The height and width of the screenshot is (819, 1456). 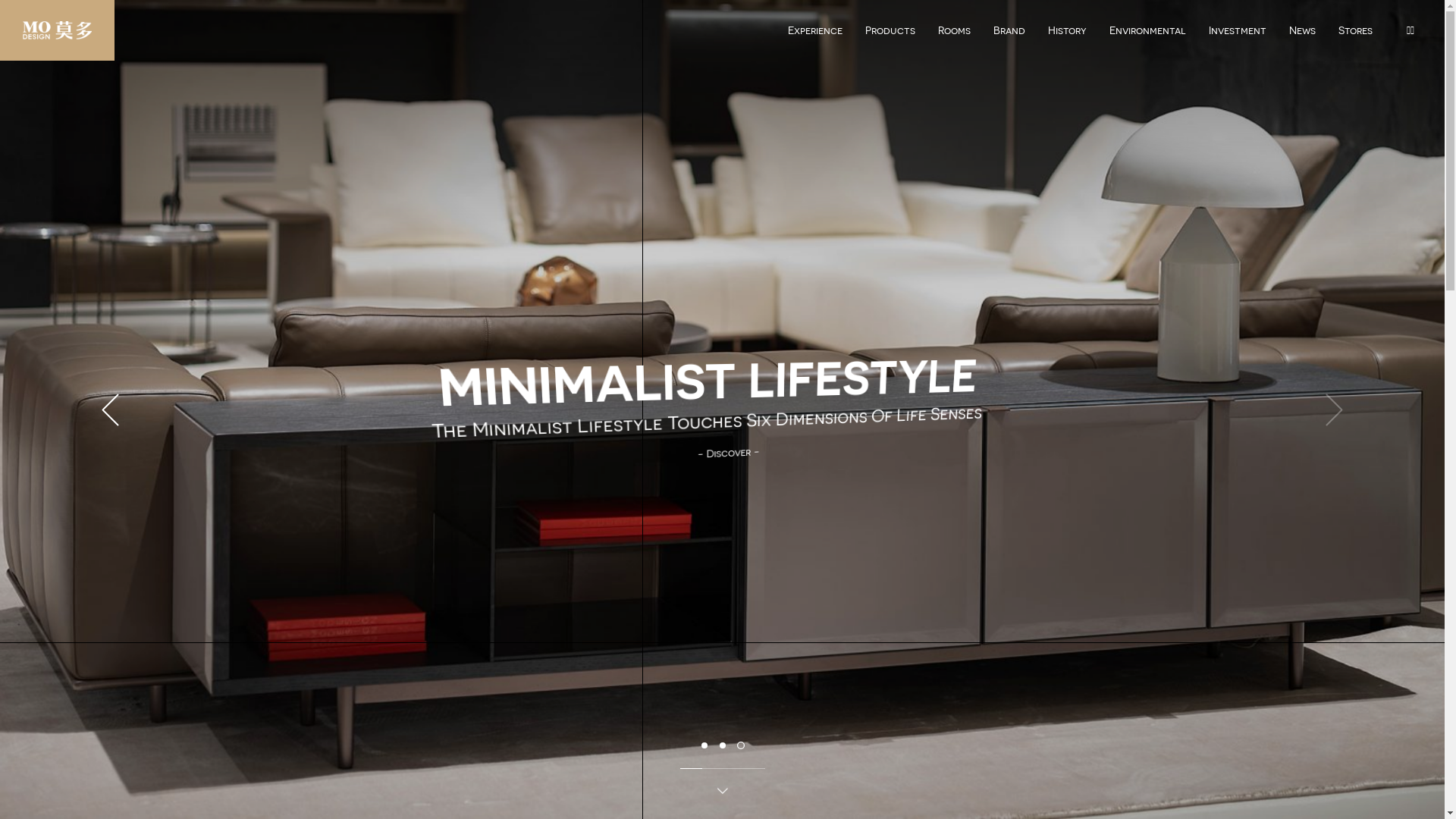 What do you see at coordinates (1355, 25) in the screenshot?
I see `'Stores'` at bounding box center [1355, 25].